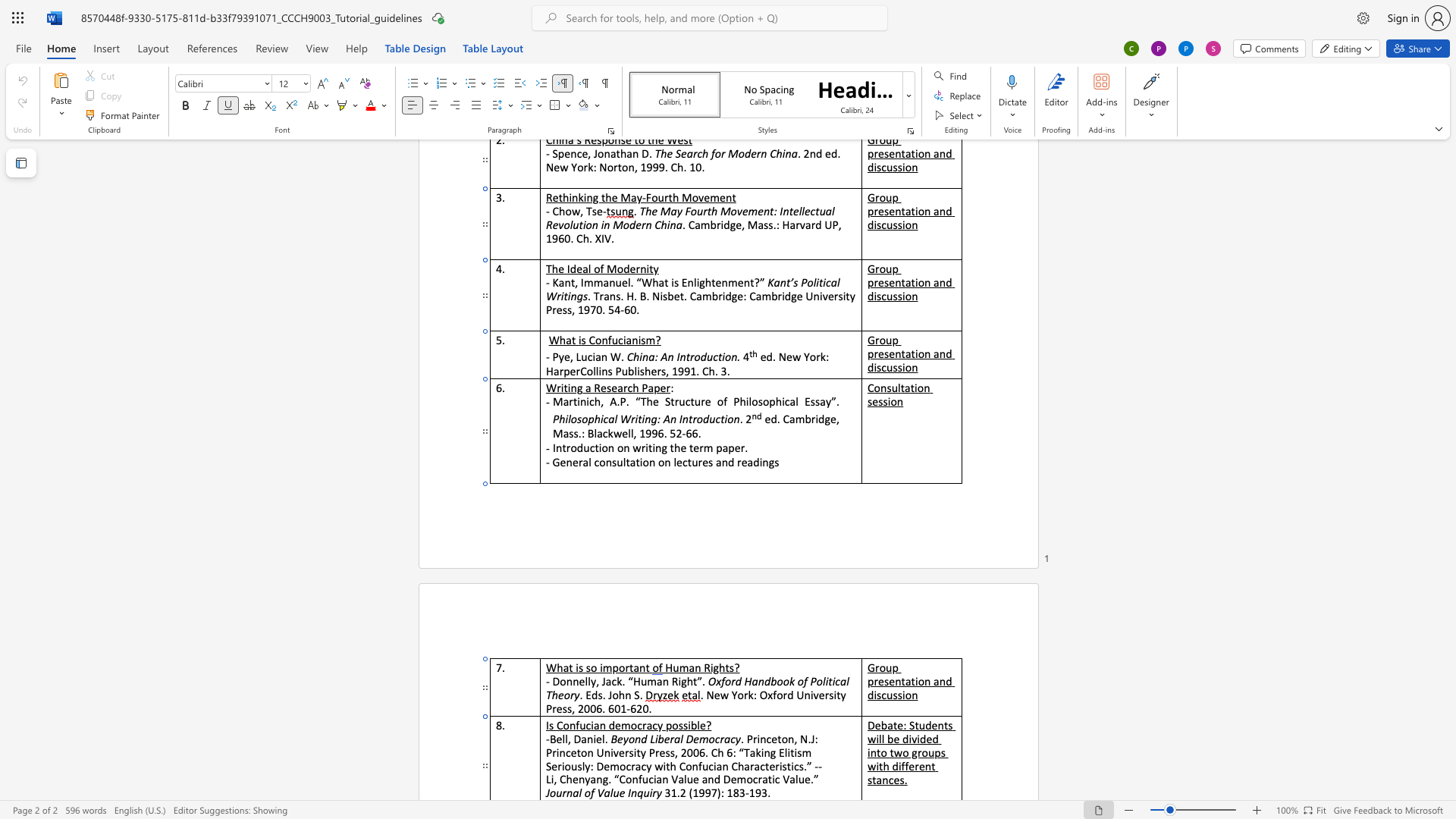 This screenshot has width=1456, height=819. I want to click on the space between the continuous character "o" and "f" in the text, so click(589, 792).